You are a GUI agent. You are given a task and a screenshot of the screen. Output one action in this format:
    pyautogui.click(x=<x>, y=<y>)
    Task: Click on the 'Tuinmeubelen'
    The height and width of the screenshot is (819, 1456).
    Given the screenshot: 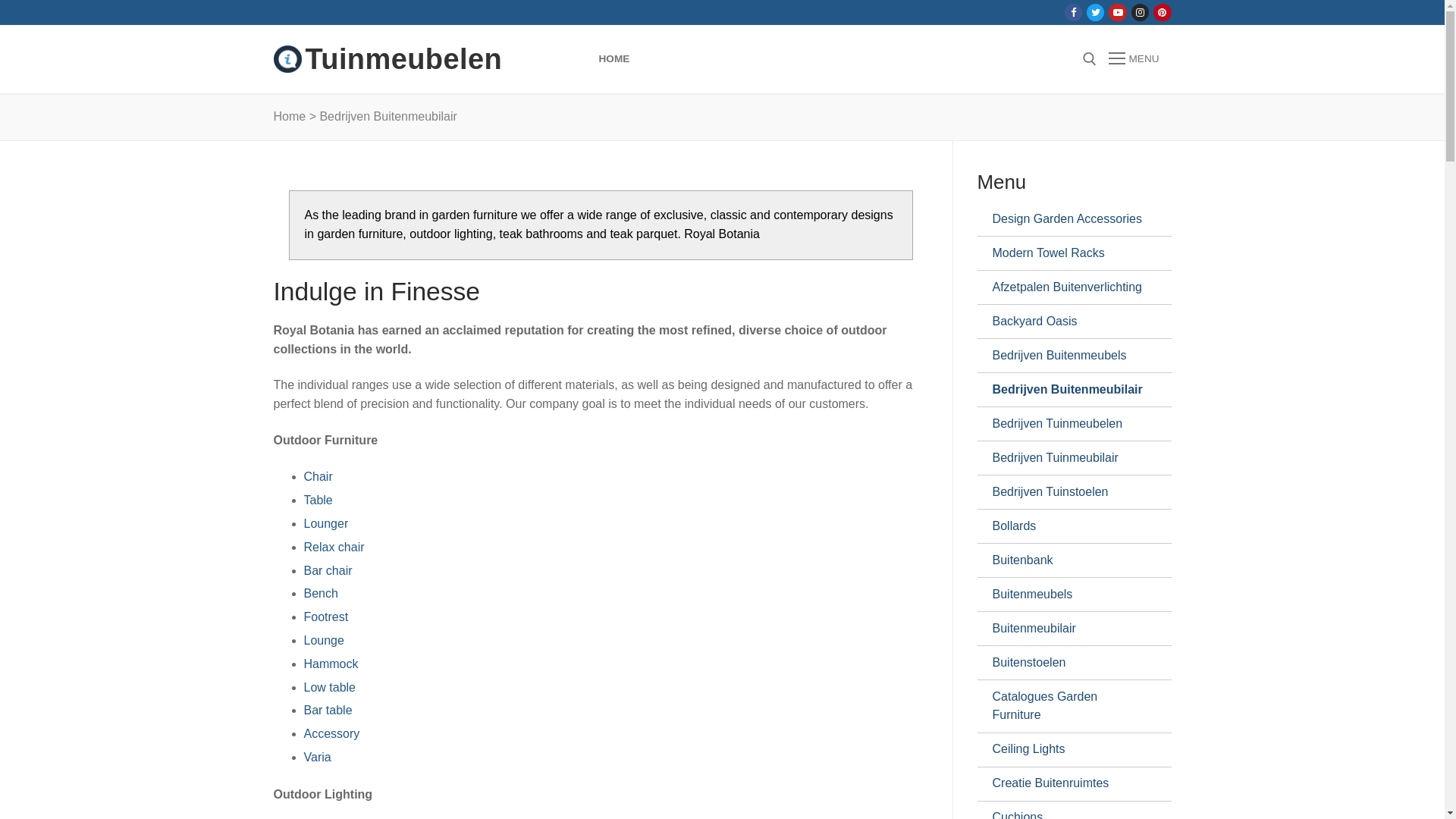 What is the action you would take?
    pyautogui.click(x=304, y=58)
    